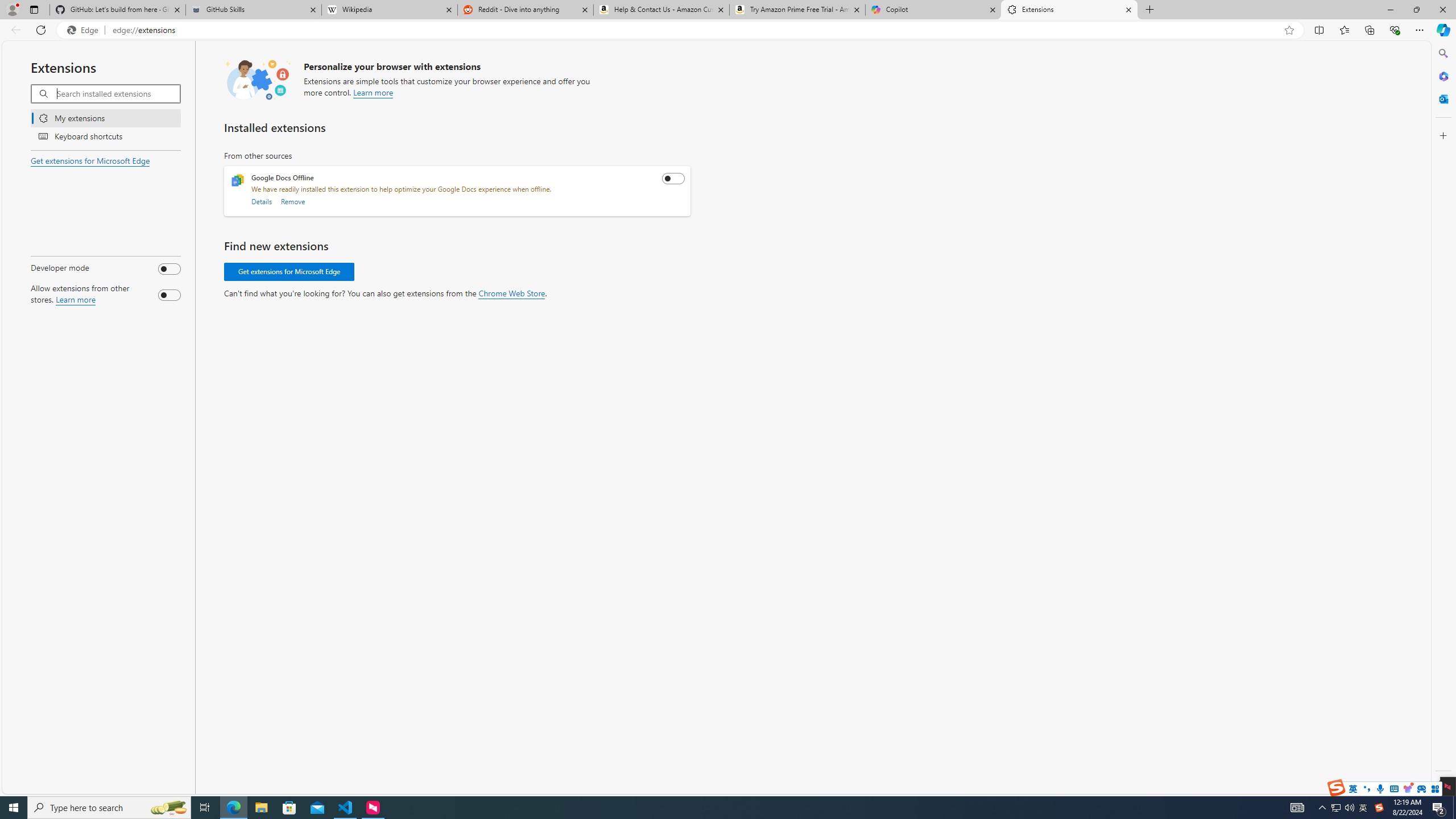  What do you see at coordinates (76, 299) in the screenshot?
I see `'Learn more about allowing extensions from other stores.'` at bounding box center [76, 299].